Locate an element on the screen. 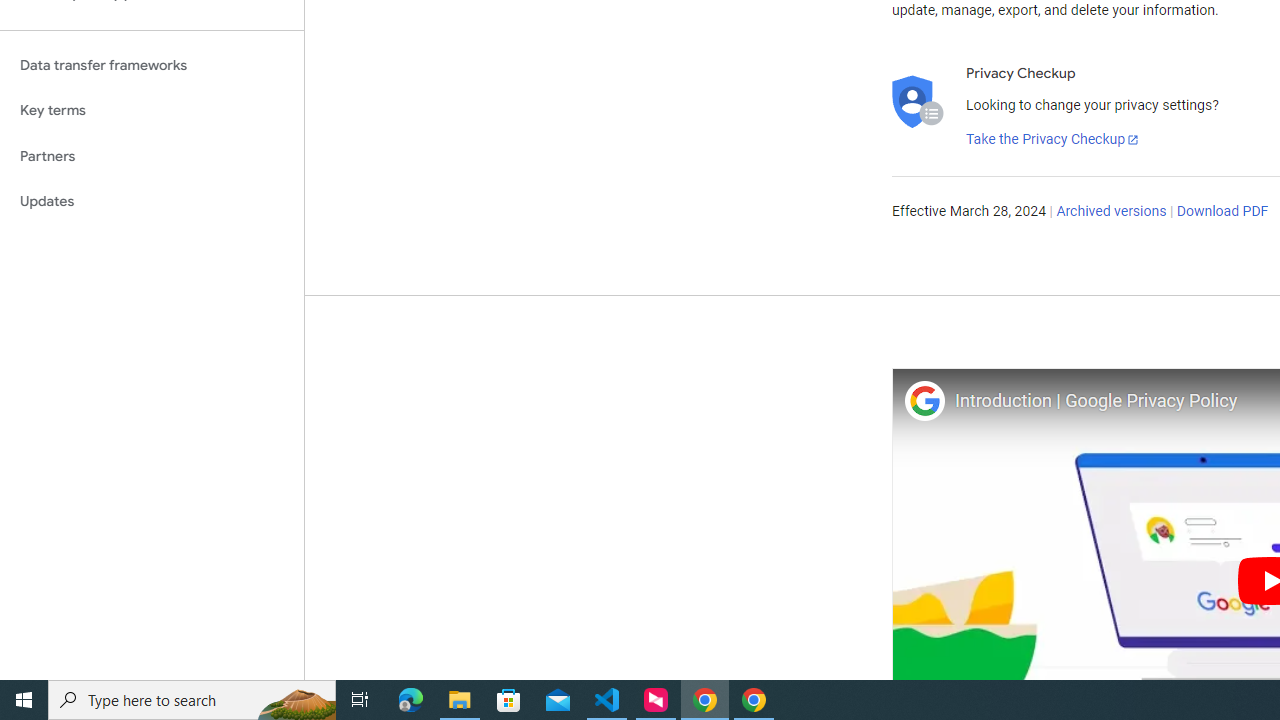  'Download PDF' is located at coordinates (1221, 212).